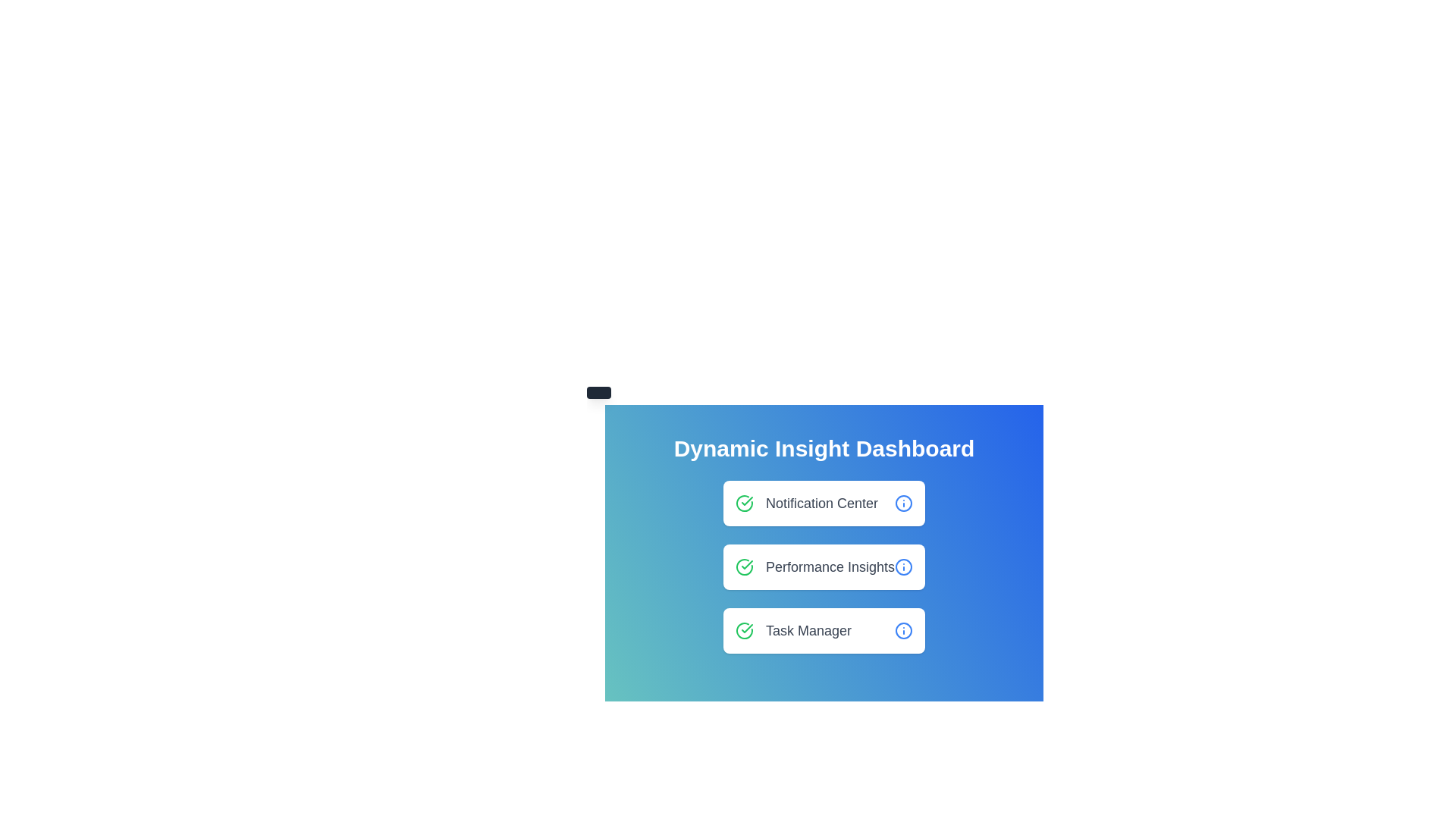 The height and width of the screenshot is (819, 1456). I want to click on the information indicator icon located at the rightmost side of the 'Notification Center' section, aligned horizontally with the section title, so click(903, 503).